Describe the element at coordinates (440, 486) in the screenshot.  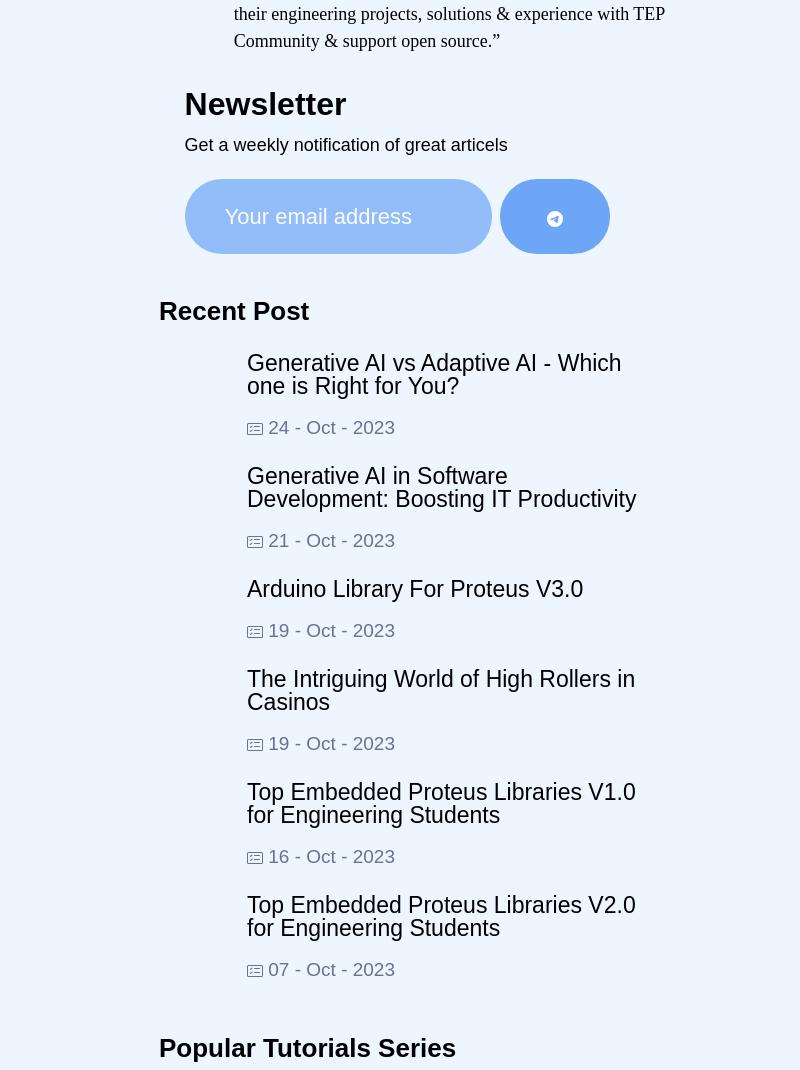
I see `'Generative AI in Software Development: Boosting IT Productivity'` at that location.